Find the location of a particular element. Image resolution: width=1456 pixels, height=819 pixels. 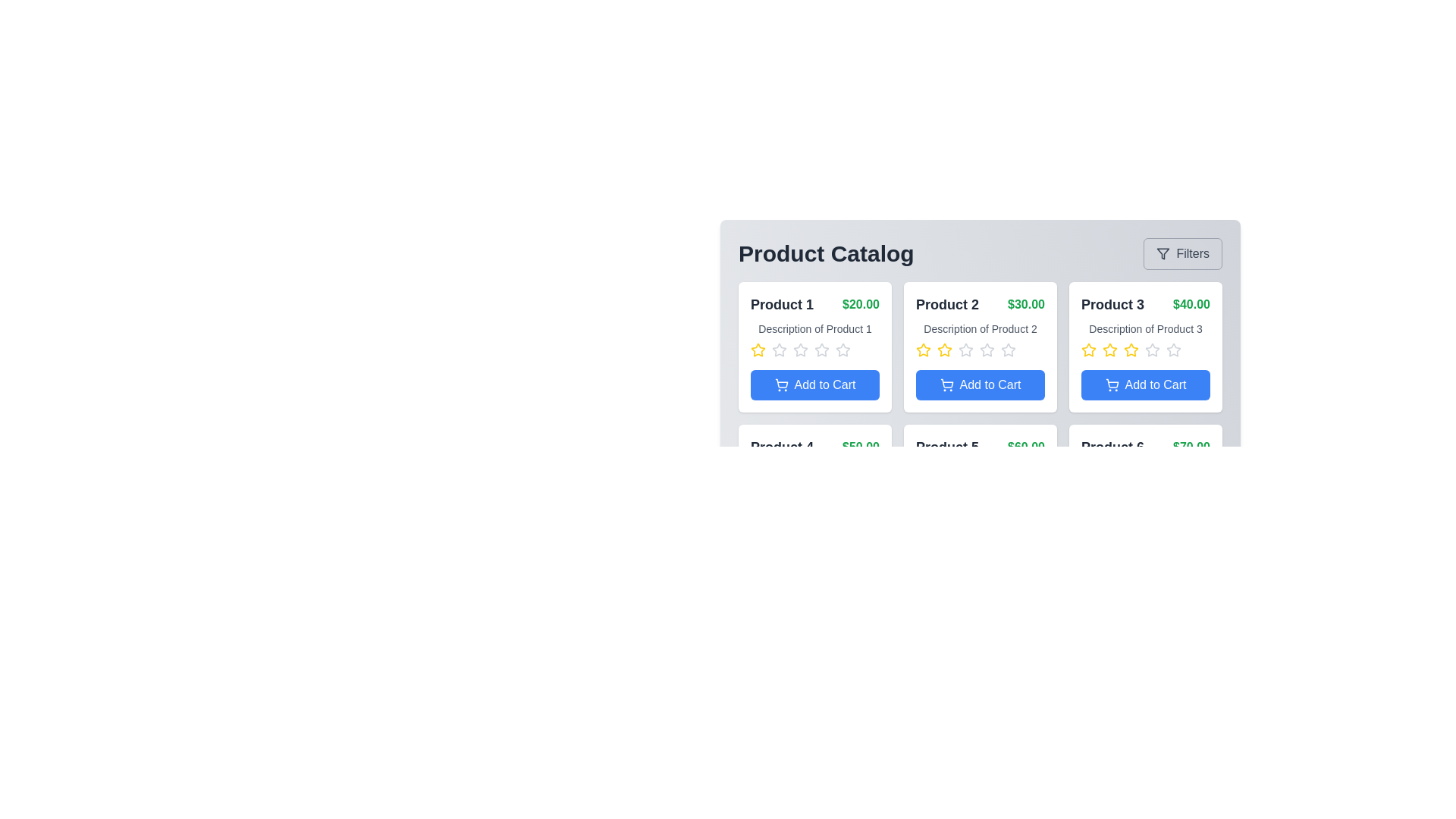

the product name labeled Product 1 to view its details is located at coordinates (782, 304).